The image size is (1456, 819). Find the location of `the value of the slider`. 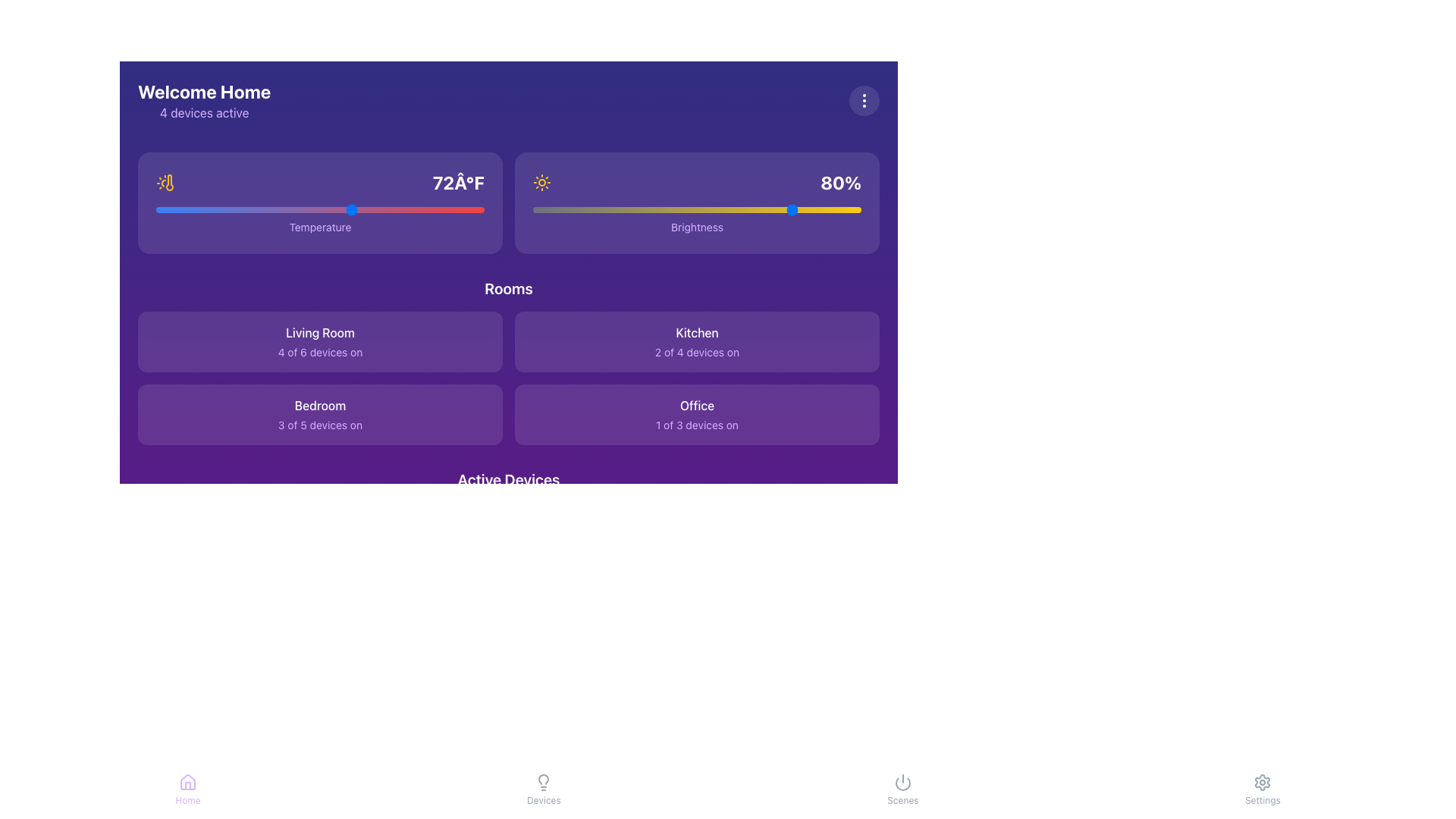

the value of the slider is located at coordinates (172, 210).